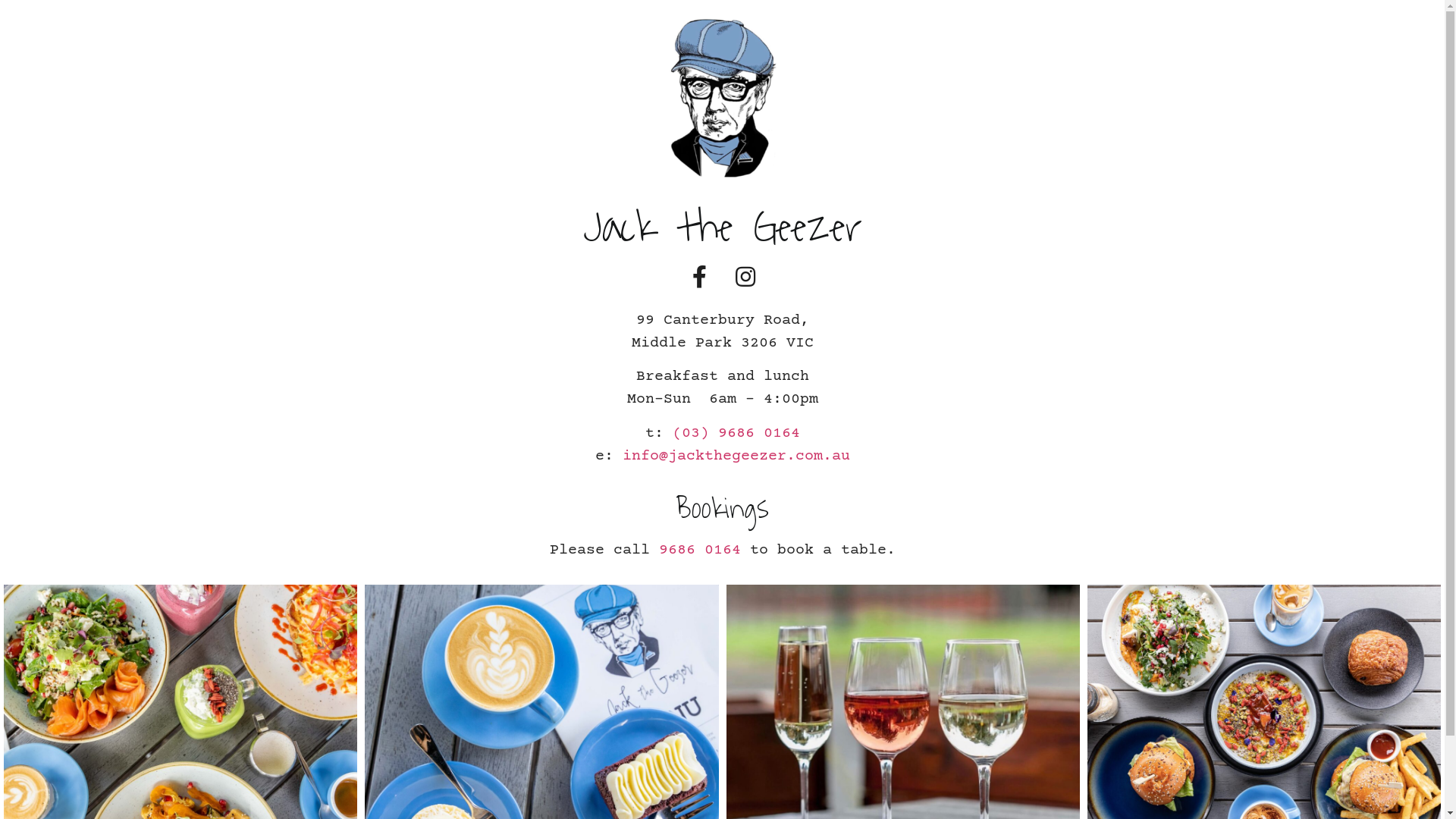  What do you see at coordinates (735, 433) in the screenshot?
I see `'(03) 9686 0164'` at bounding box center [735, 433].